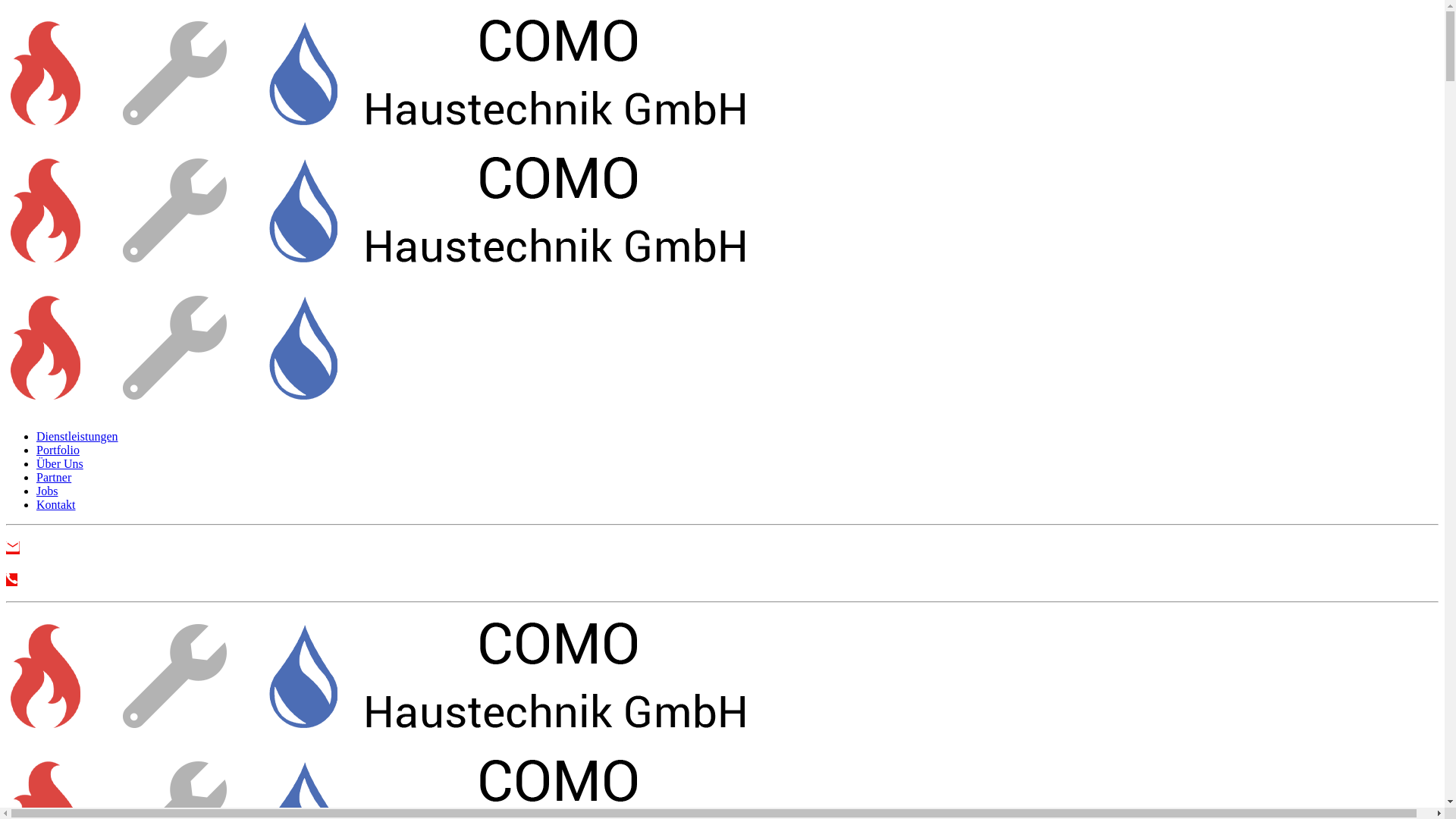 Image resolution: width=1456 pixels, height=819 pixels. What do you see at coordinates (36, 476) in the screenshot?
I see `'Partner'` at bounding box center [36, 476].